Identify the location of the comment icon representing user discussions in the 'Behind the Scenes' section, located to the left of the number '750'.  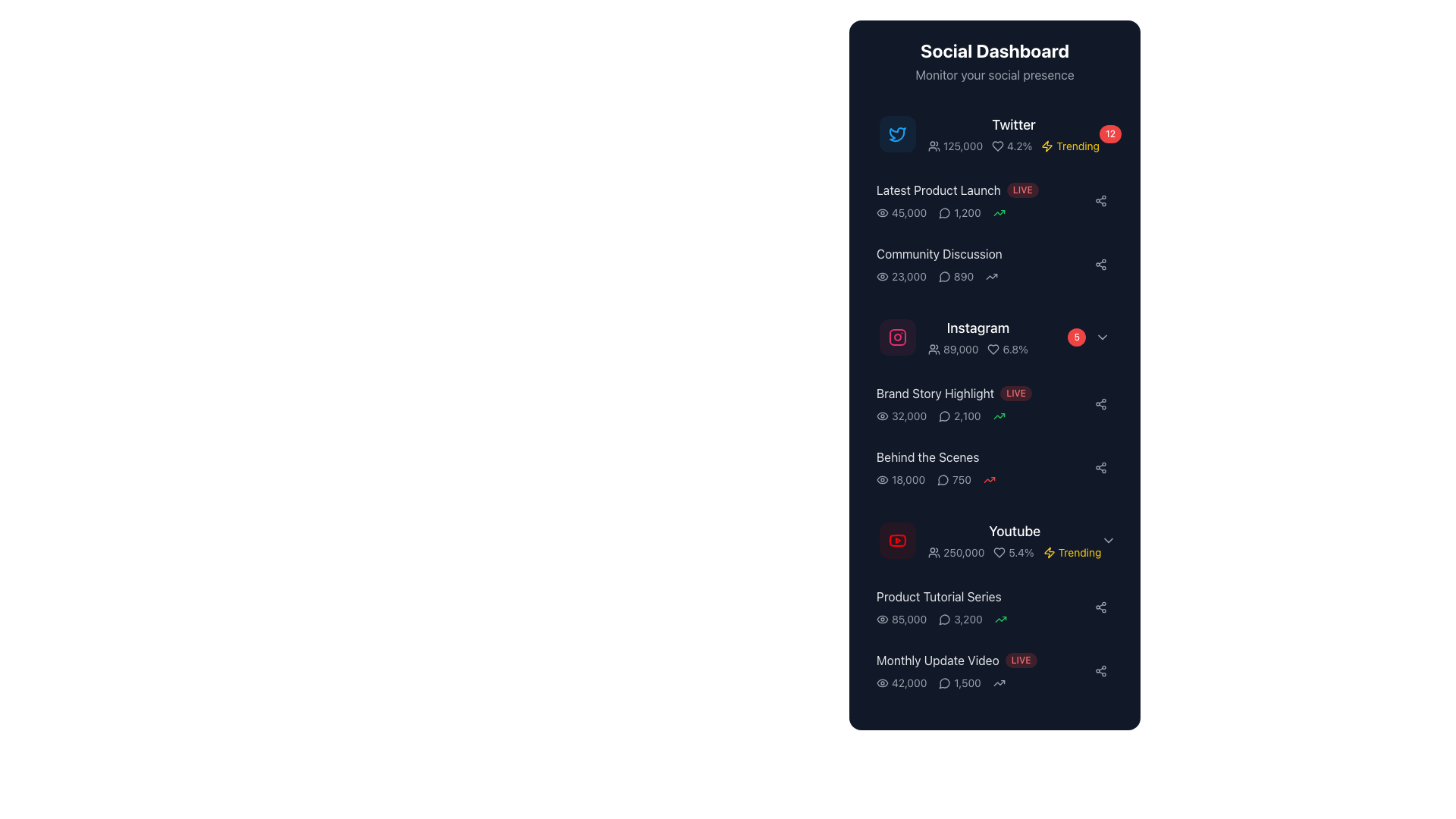
(943, 479).